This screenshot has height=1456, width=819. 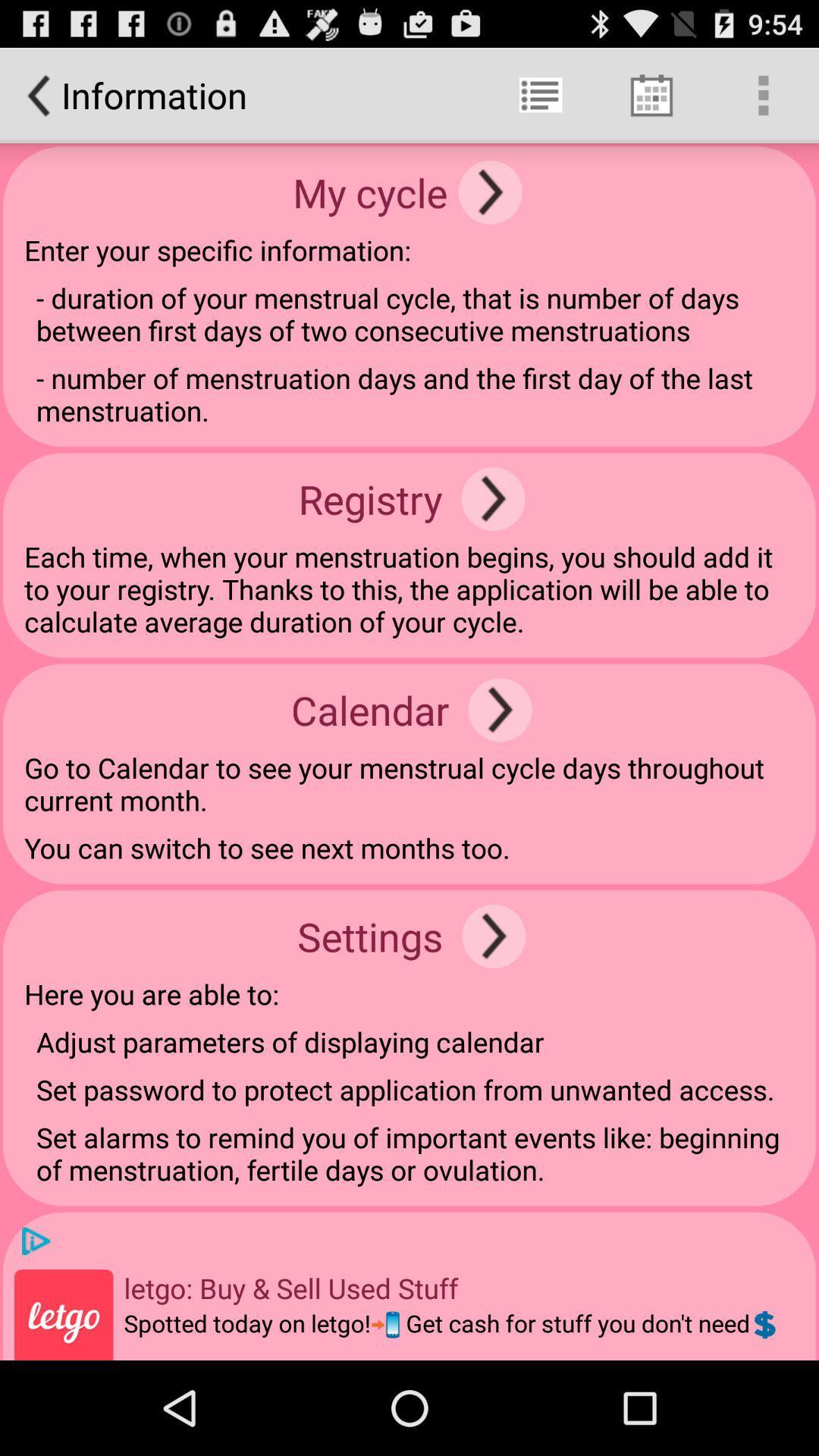 What do you see at coordinates (490, 191) in the screenshot?
I see `icon next to the my cycle` at bounding box center [490, 191].